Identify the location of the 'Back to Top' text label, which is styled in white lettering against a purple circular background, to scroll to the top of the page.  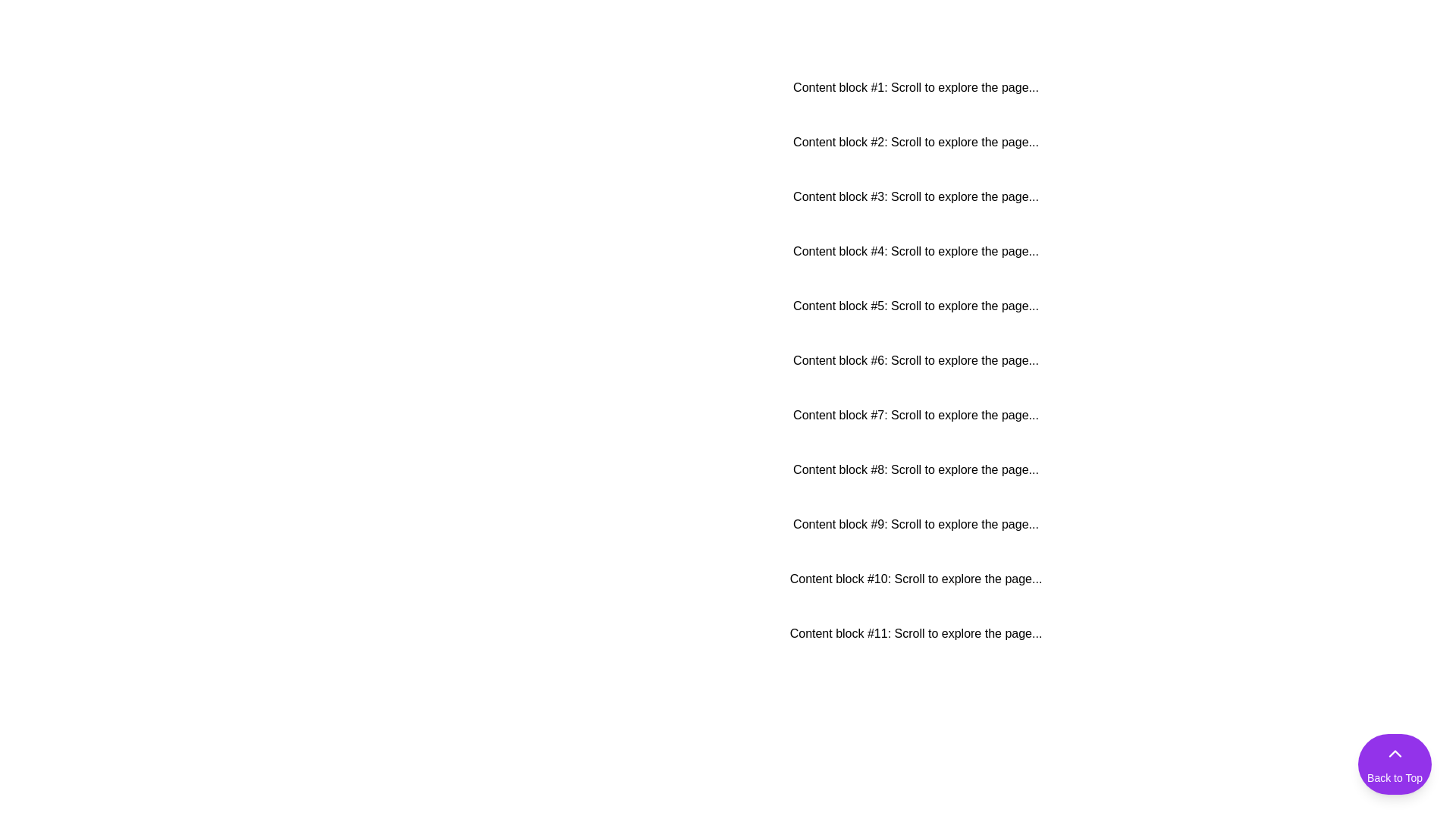
(1395, 778).